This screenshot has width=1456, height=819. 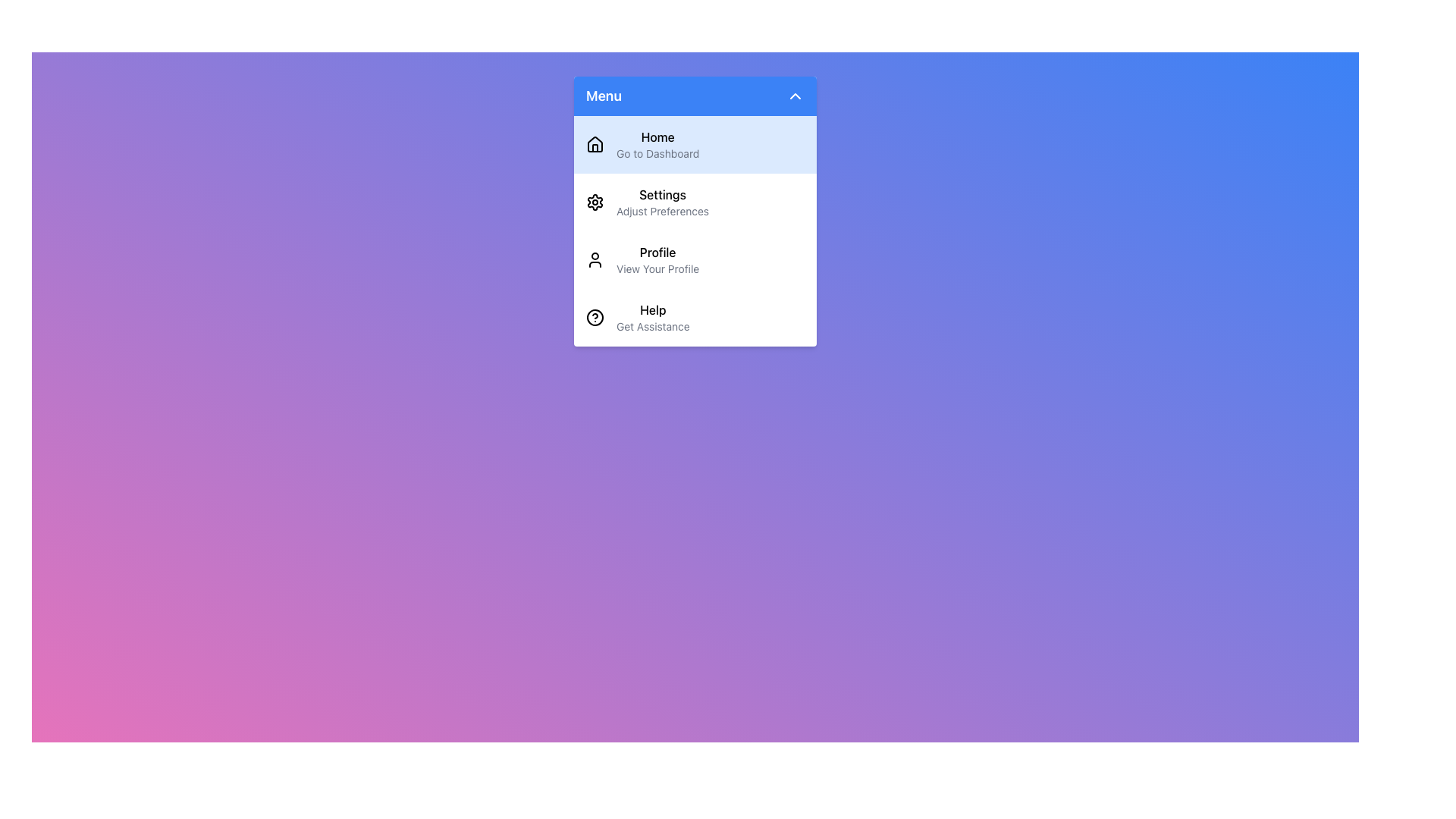 What do you see at coordinates (662, 211) in the screenshot?
I see `the text label that reads 'Adjust Preferences' located within the 'Menu' dropdown under the 'Settings' section` at bounding box center [662, 211].